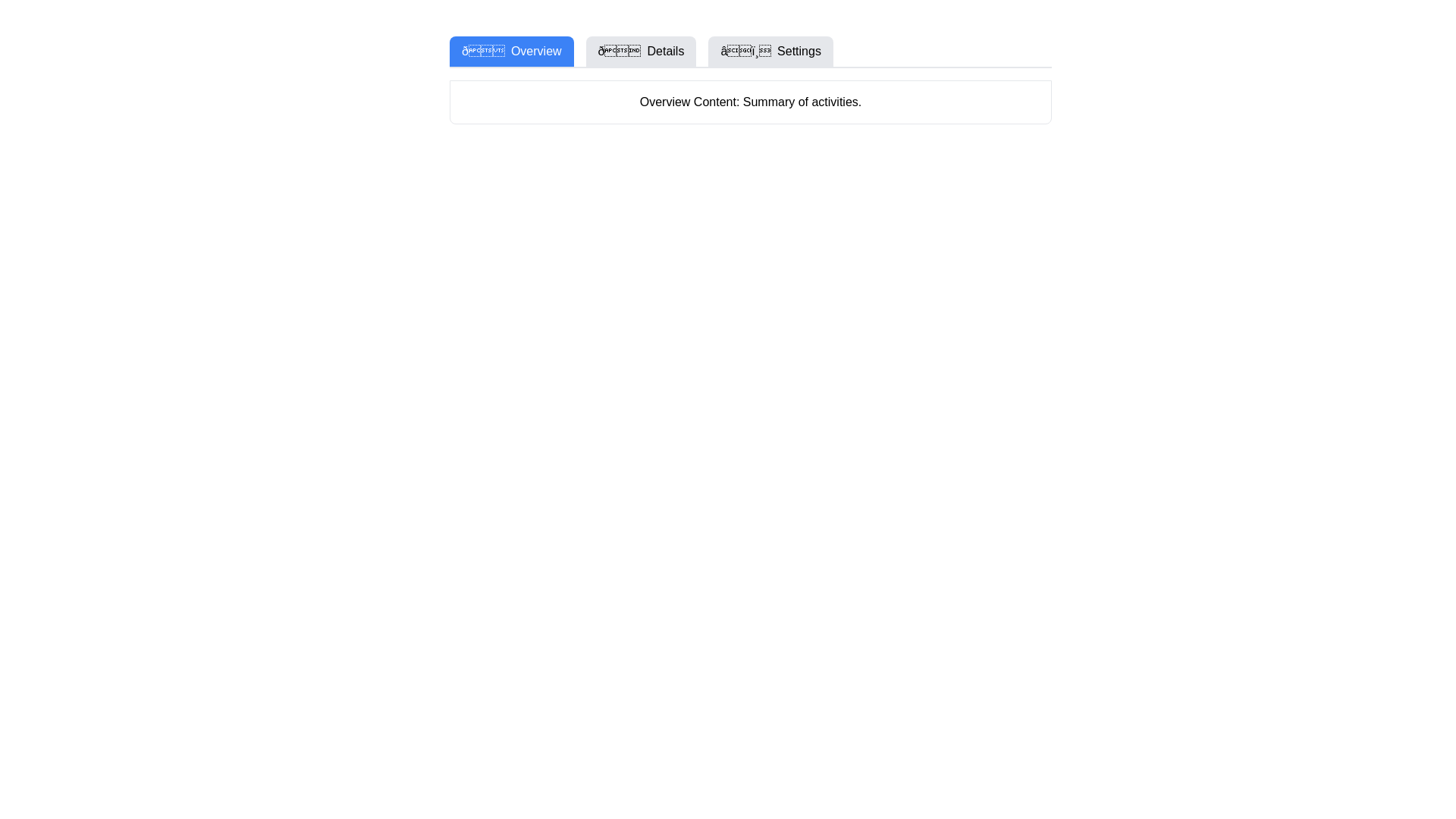  I want to click on the third navigation tab button, which redirects to the 'Settings' view, so click(770, 51).